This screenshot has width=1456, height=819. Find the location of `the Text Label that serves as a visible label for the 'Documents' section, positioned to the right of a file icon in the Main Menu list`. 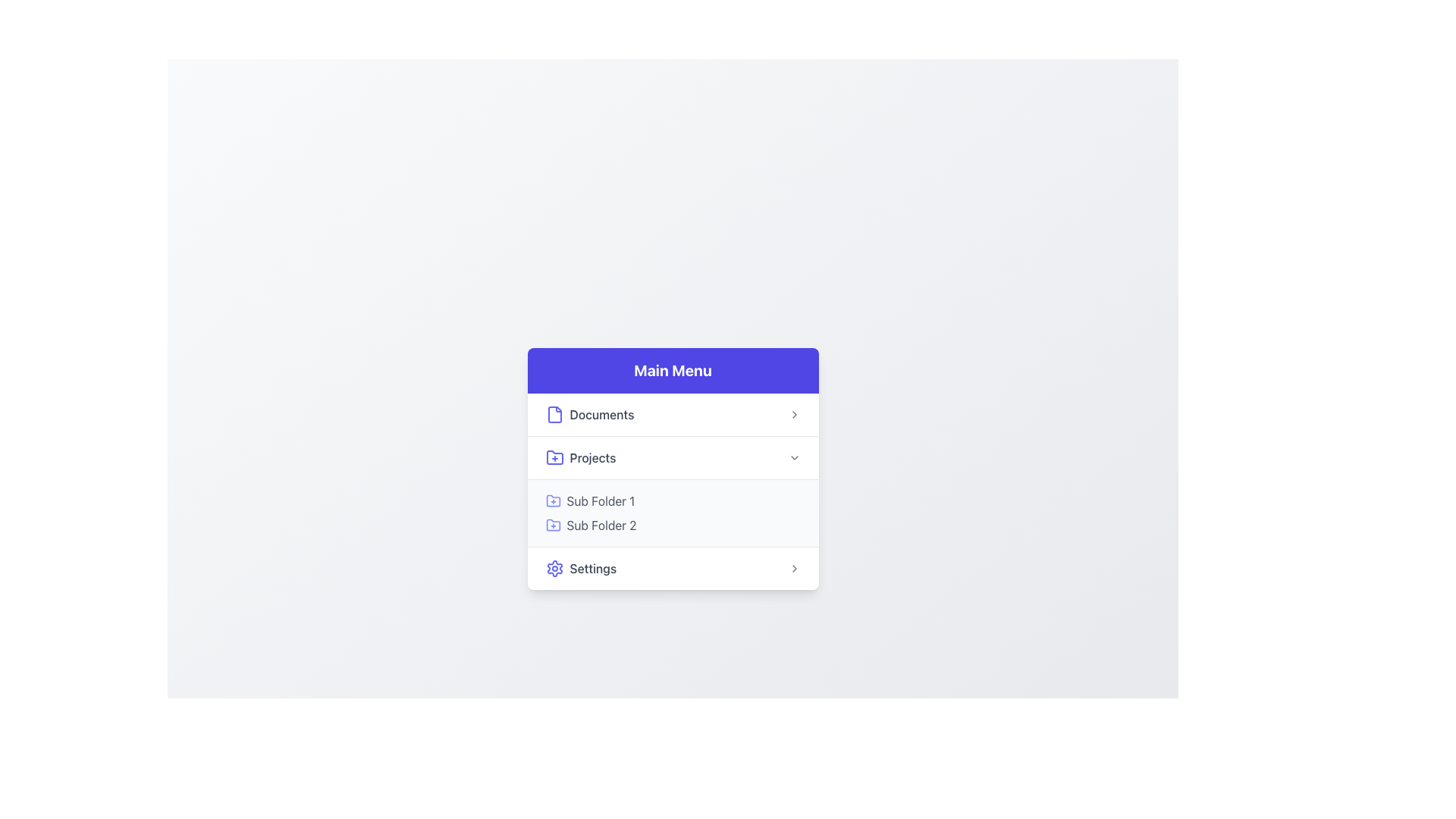

the Text Label that serves as a visible label for the 'Documents' section, positioned to the right of a file icon in the Main Menu list is located at coordinates (601, 414).